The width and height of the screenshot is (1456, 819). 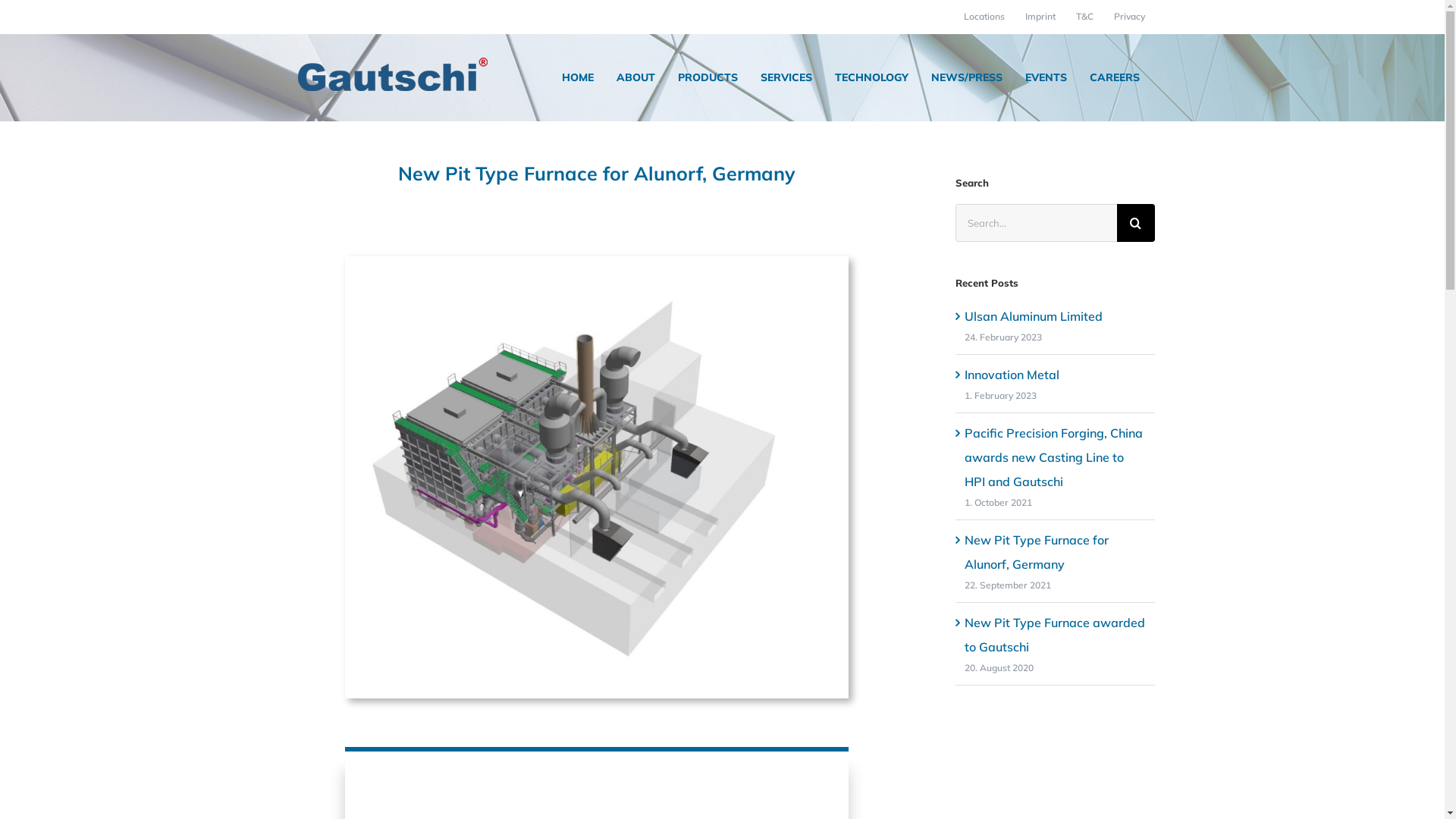 I want to click on 'SERVICES', so click(x=786, y=77).